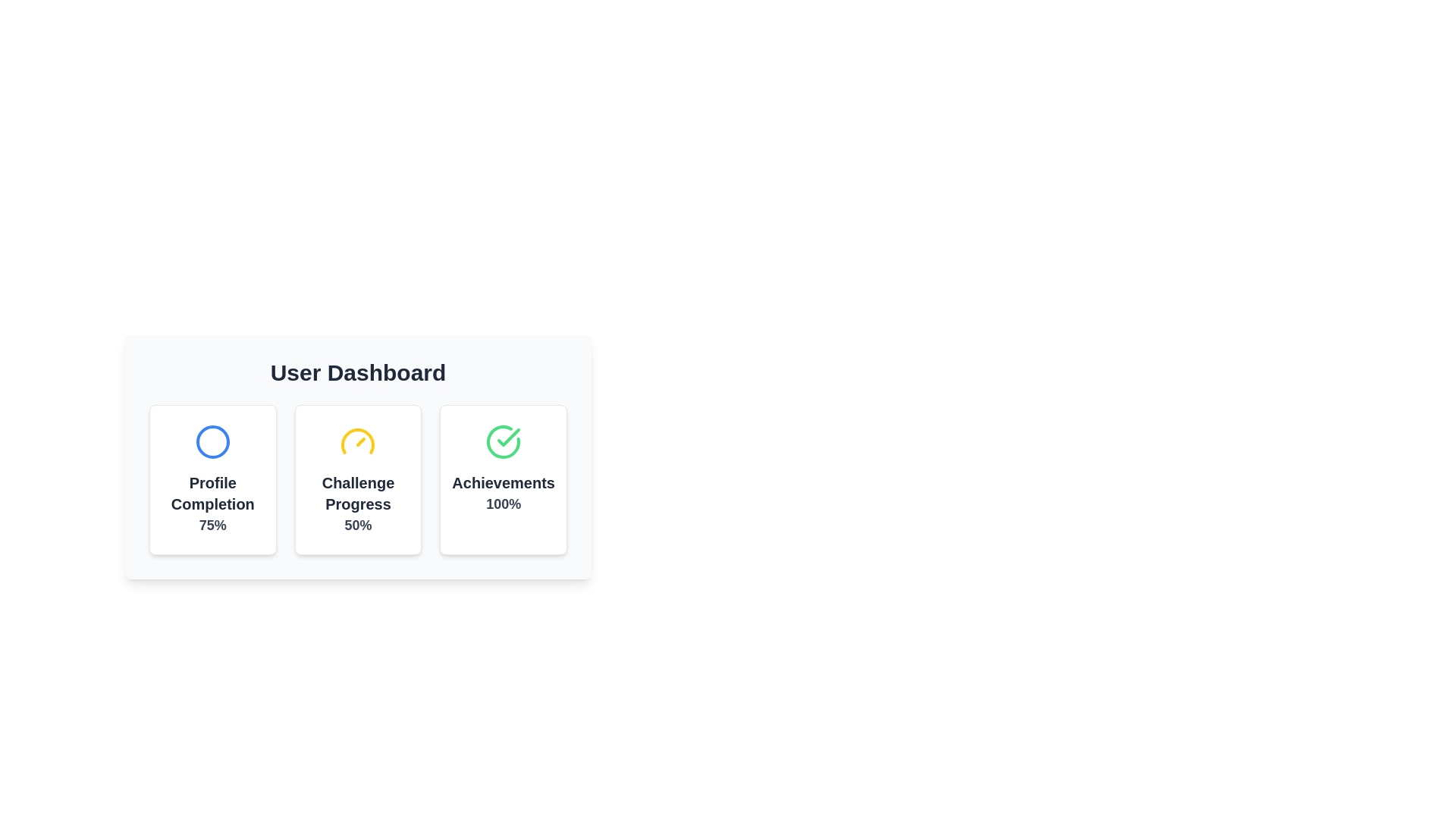  Describe the element at coordinates (509, 438) in the screenshot. I see `the green checkmark icon indicating a completed state in the 'Achievements' category located at the bottom center of its SVG grouping` at that location.